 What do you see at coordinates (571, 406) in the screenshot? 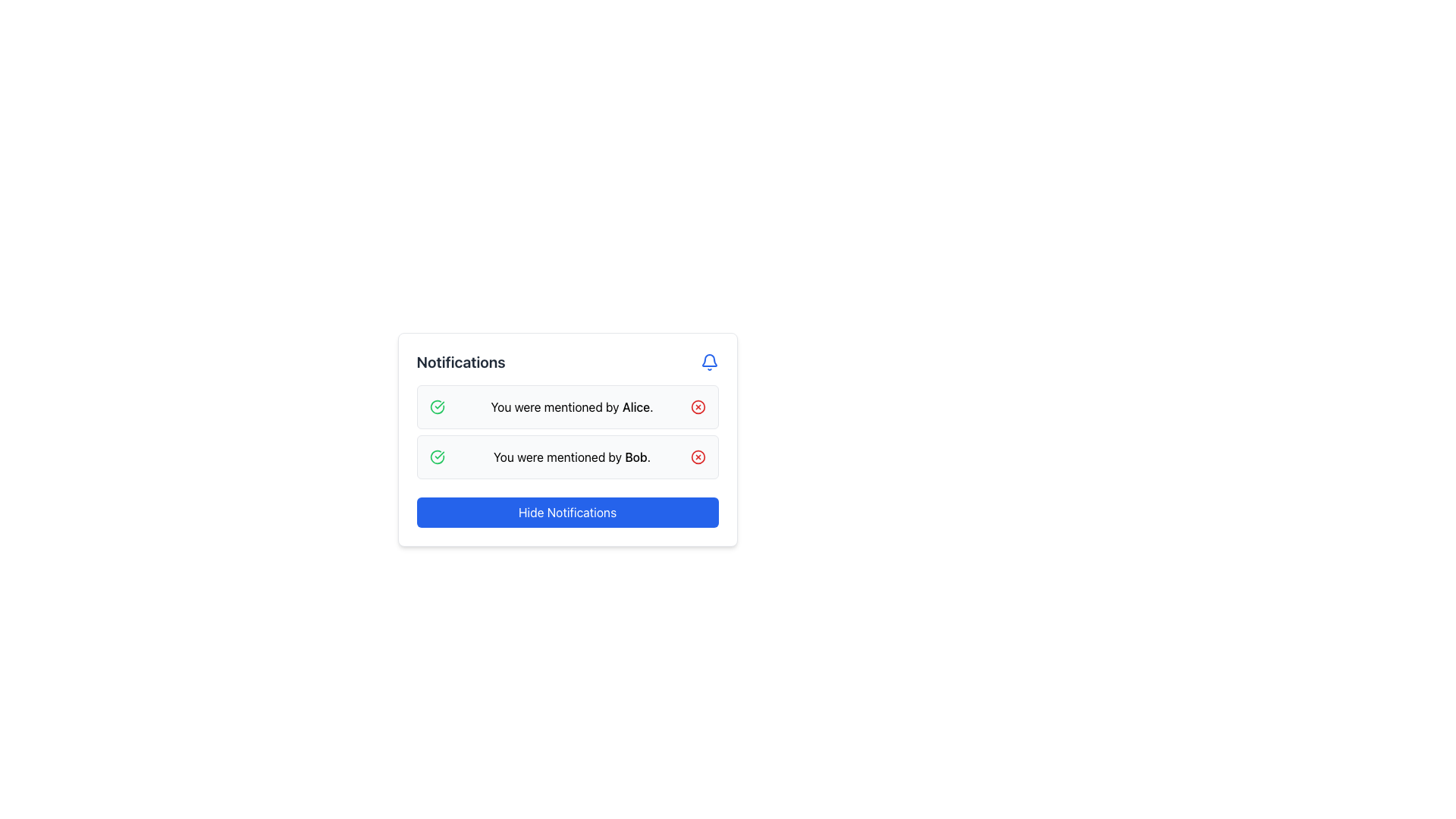
I see `the text label that reads 'You were mentioned by Alice.' within the first notification box, which is styled with a clean font and includes a dismiss button on the right` at bounding box center [571, 406].